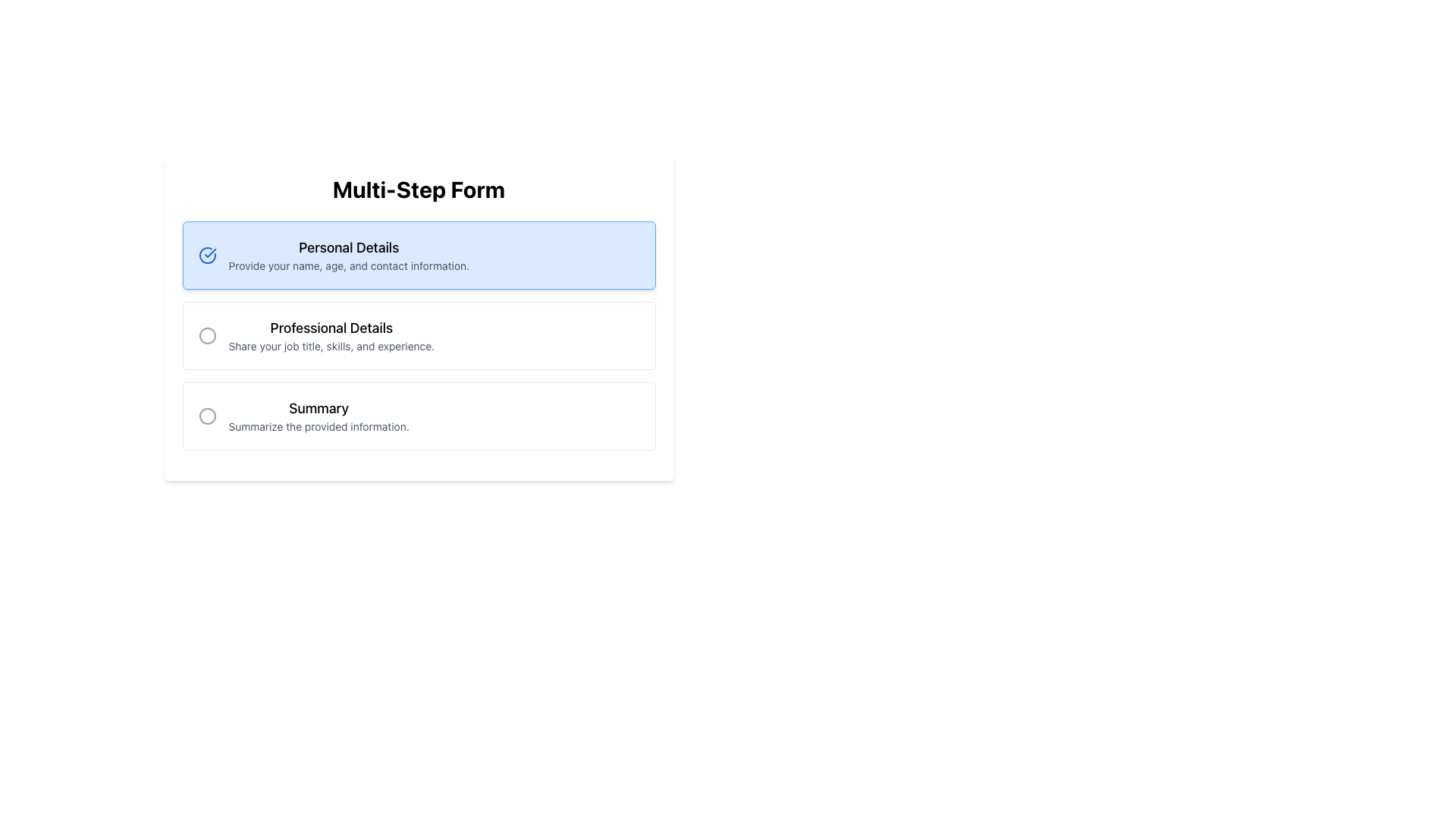 Image resolution: width=1456 pixels, height=819 pixels. I want to click on text label stating 'Summarize the provided information.' which is styled in a small, gray font and located below the 'Summary' label in the multi-step form, so click(318, 427).